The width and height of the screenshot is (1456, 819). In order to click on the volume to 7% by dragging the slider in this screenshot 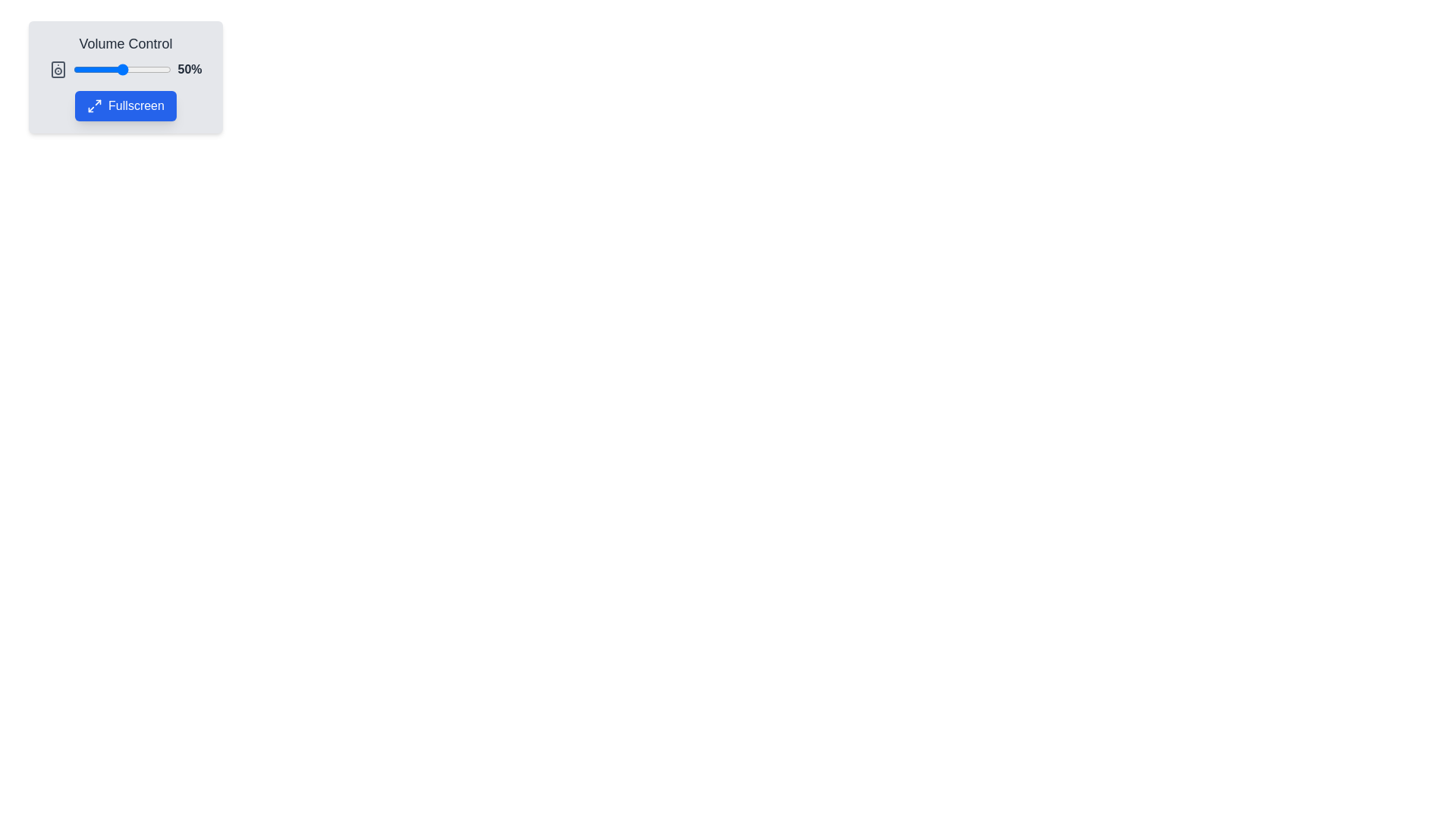, I will do `click(80, 70)`.